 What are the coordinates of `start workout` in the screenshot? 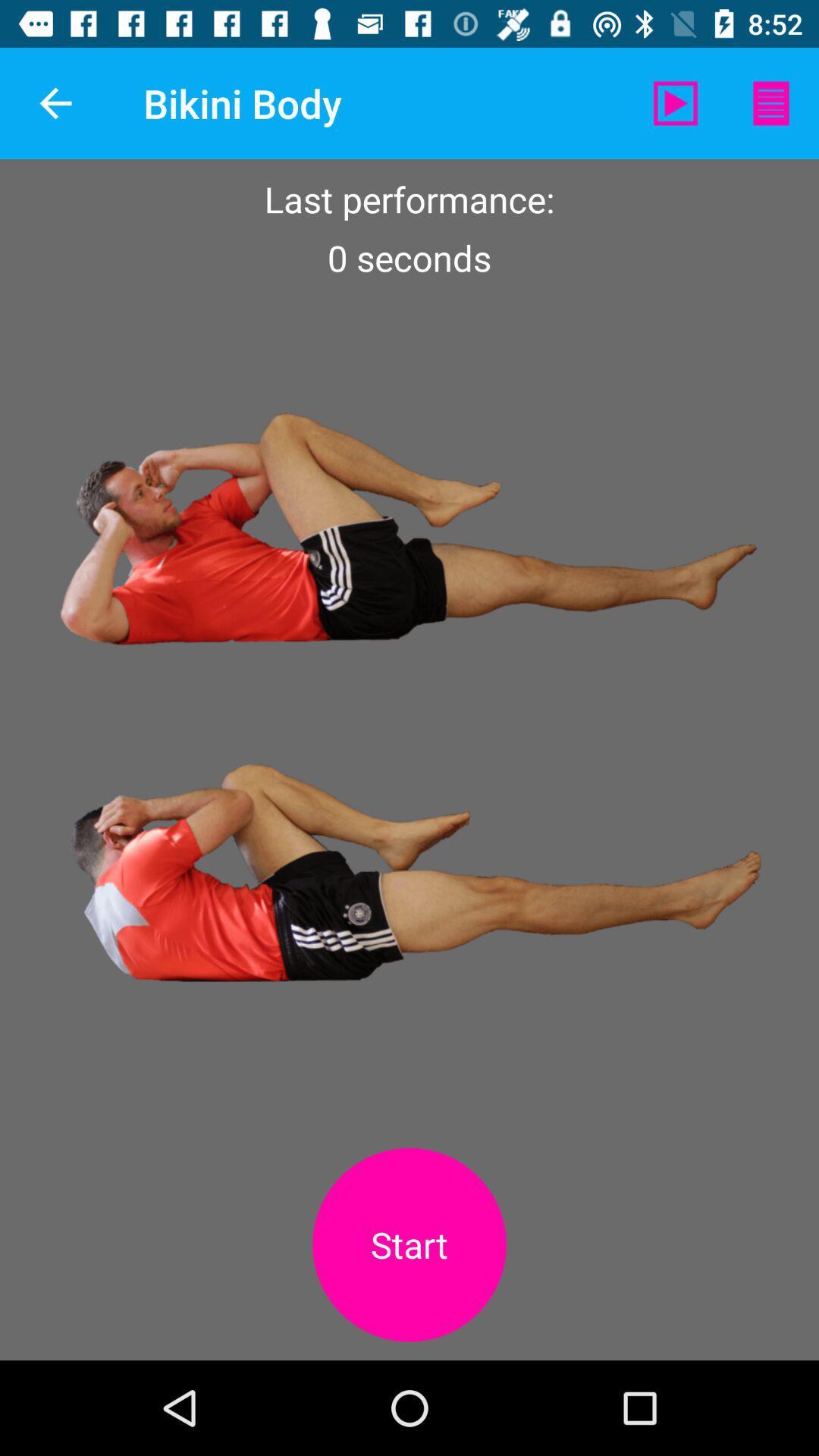 It's located at (409, 1244).